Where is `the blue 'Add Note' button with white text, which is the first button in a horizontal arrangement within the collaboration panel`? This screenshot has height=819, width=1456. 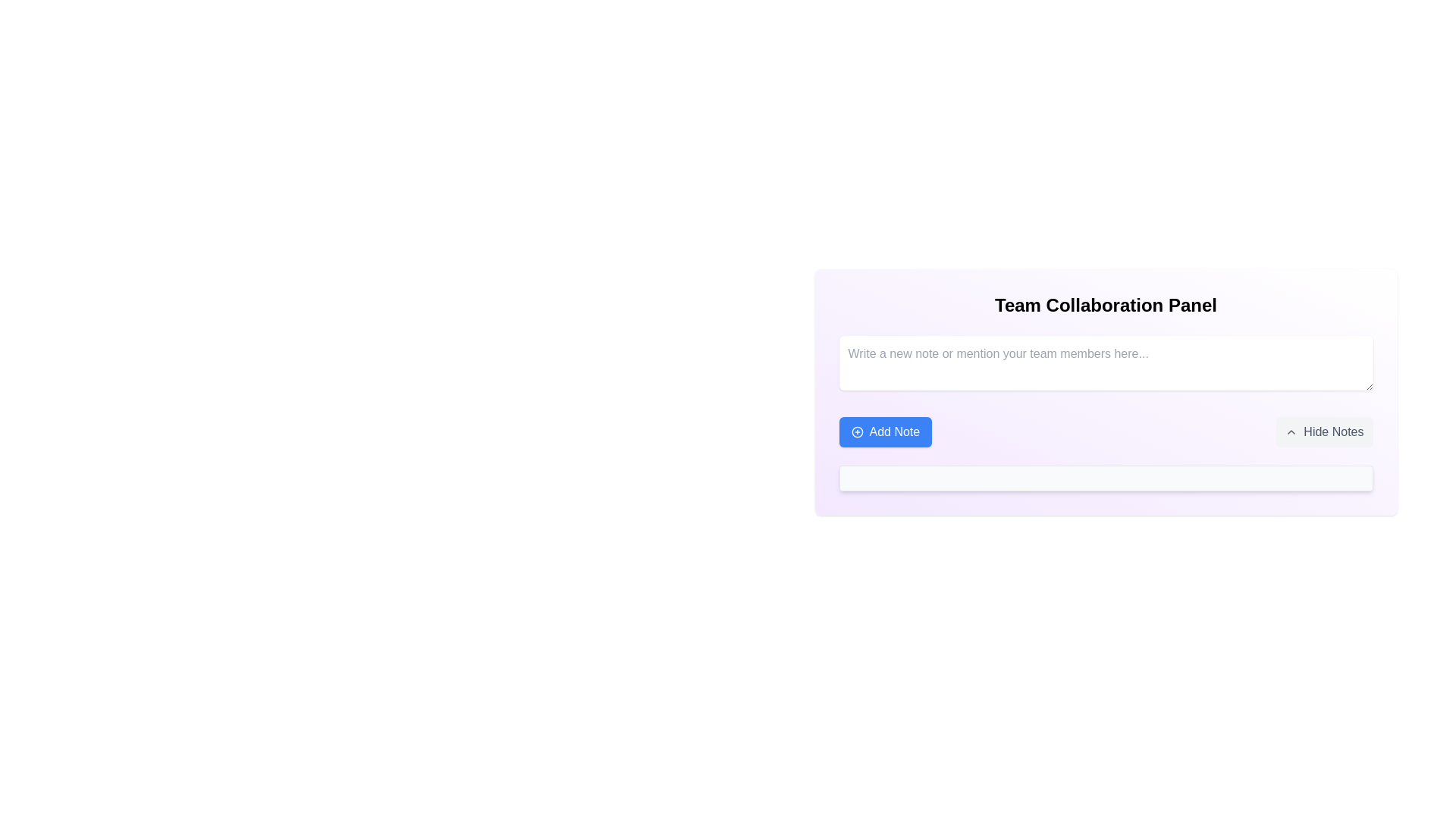 the blue 'Add Note' button with white text, which is the first button in a horizontal arrangement within the collaboration panel is located at coordinates (885, 432).